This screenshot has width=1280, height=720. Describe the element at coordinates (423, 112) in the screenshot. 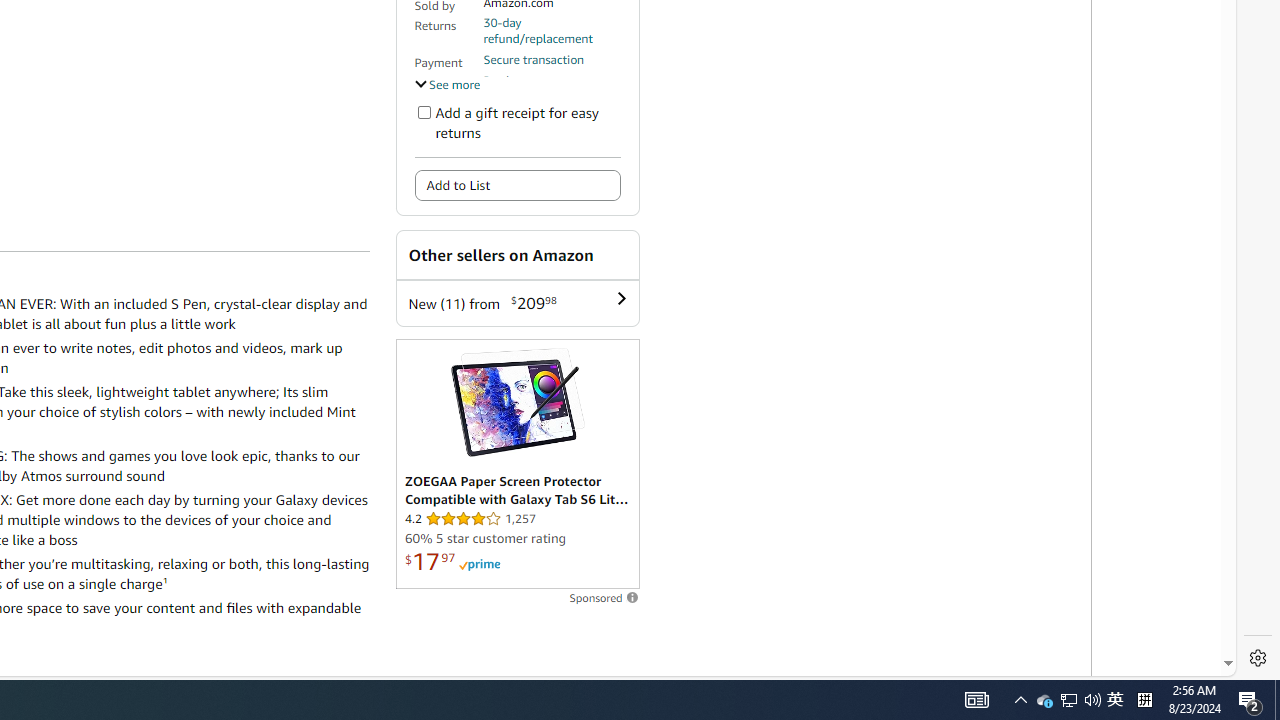

I see `'Add a gift receipt for easy returns'` at that location.